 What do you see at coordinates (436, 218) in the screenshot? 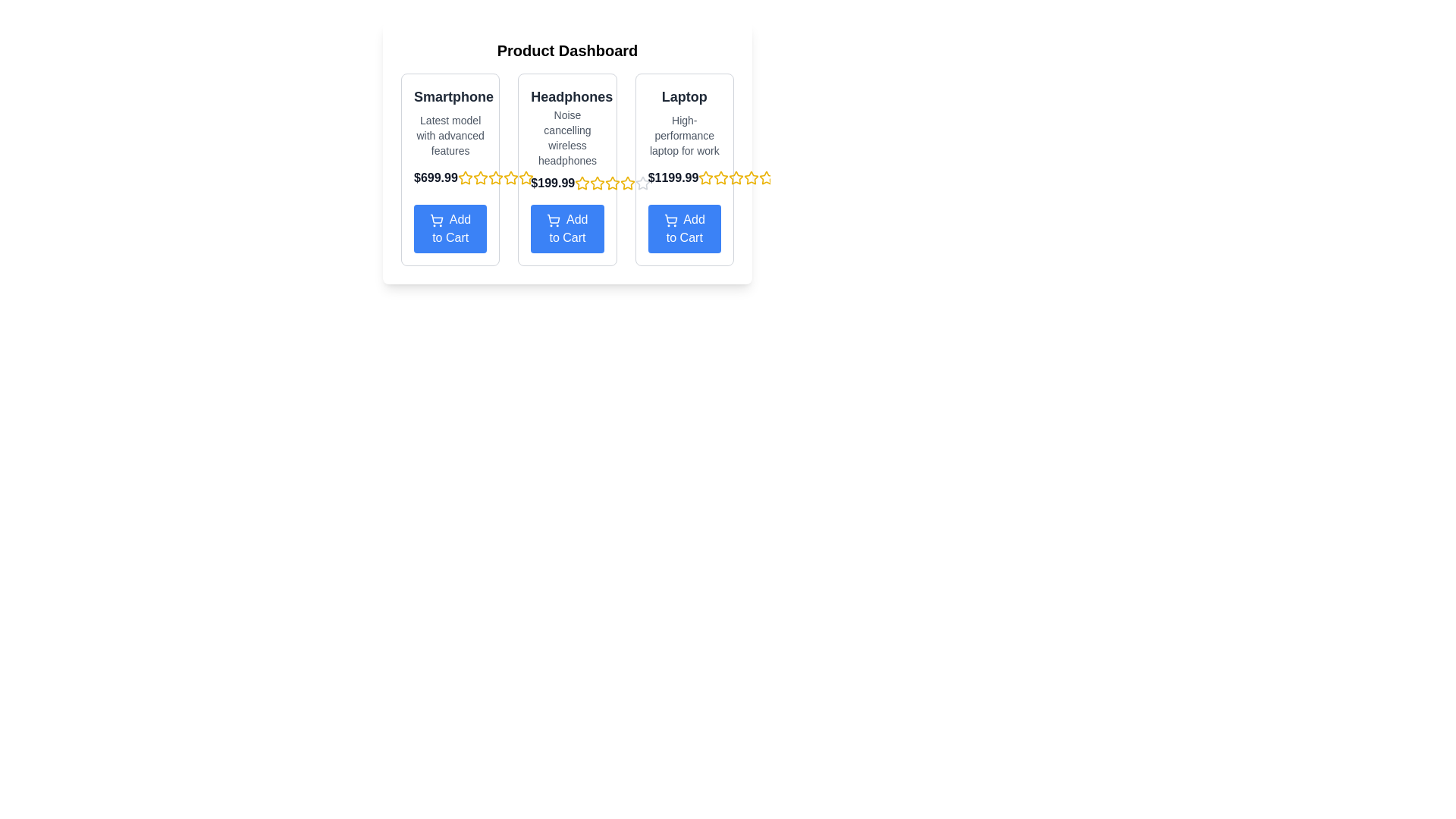
I see `the outlined shopping cart icon within the blue 'Add to Cart' button located directly under the 'Smartphone' product card` at bounding box center [436, 218].